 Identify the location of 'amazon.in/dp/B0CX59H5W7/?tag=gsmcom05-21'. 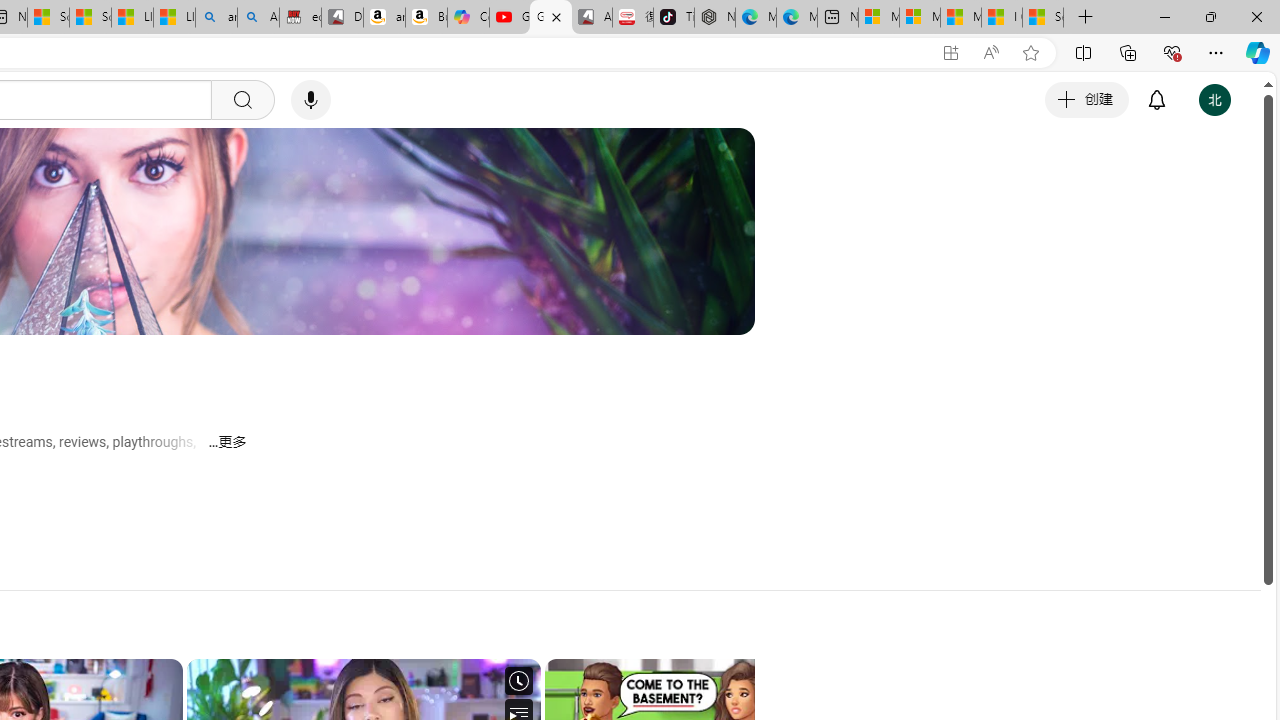
(384, 17).